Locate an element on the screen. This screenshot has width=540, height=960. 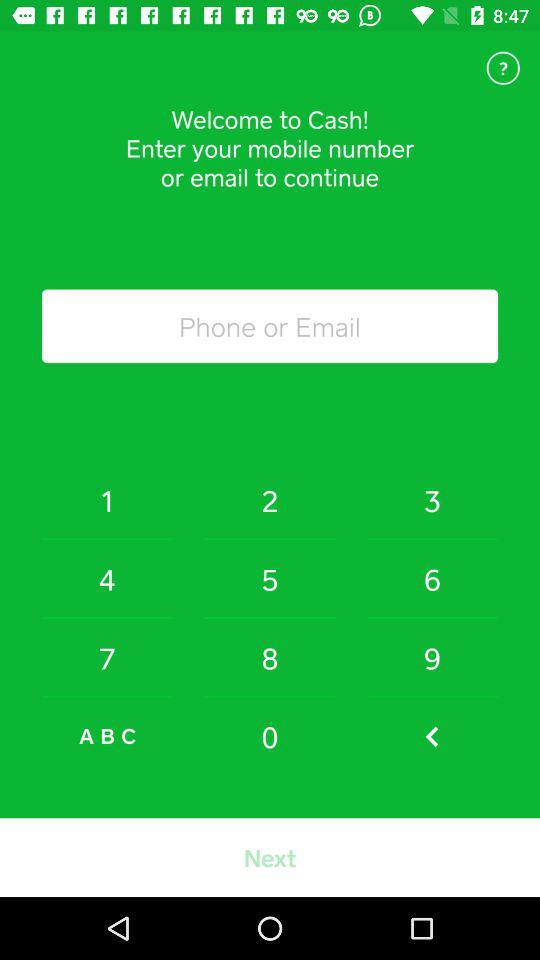
the help icon is located at coordinates (502, 68).